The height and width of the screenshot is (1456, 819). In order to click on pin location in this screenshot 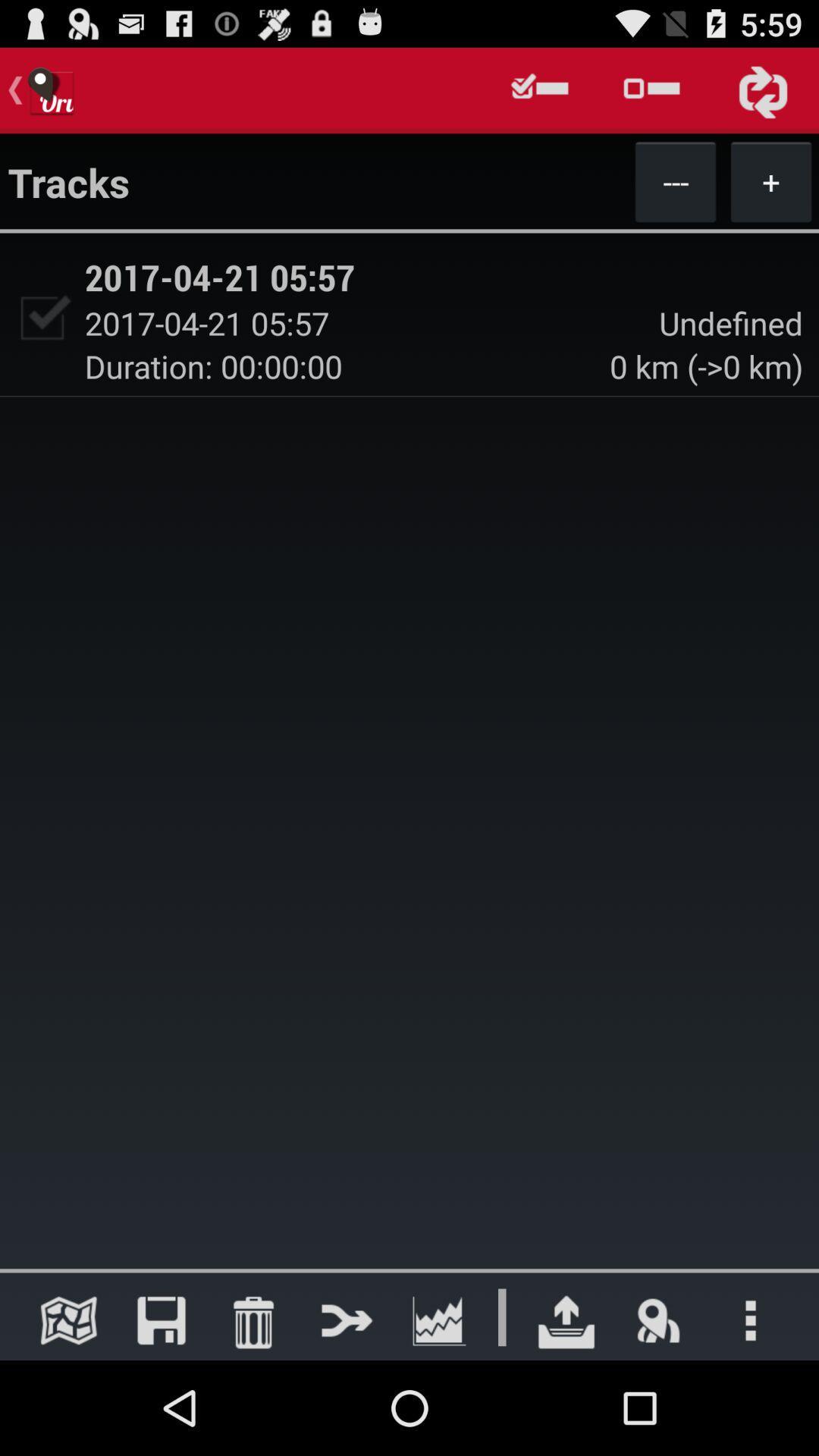, I will do `click(657, 1319)`.